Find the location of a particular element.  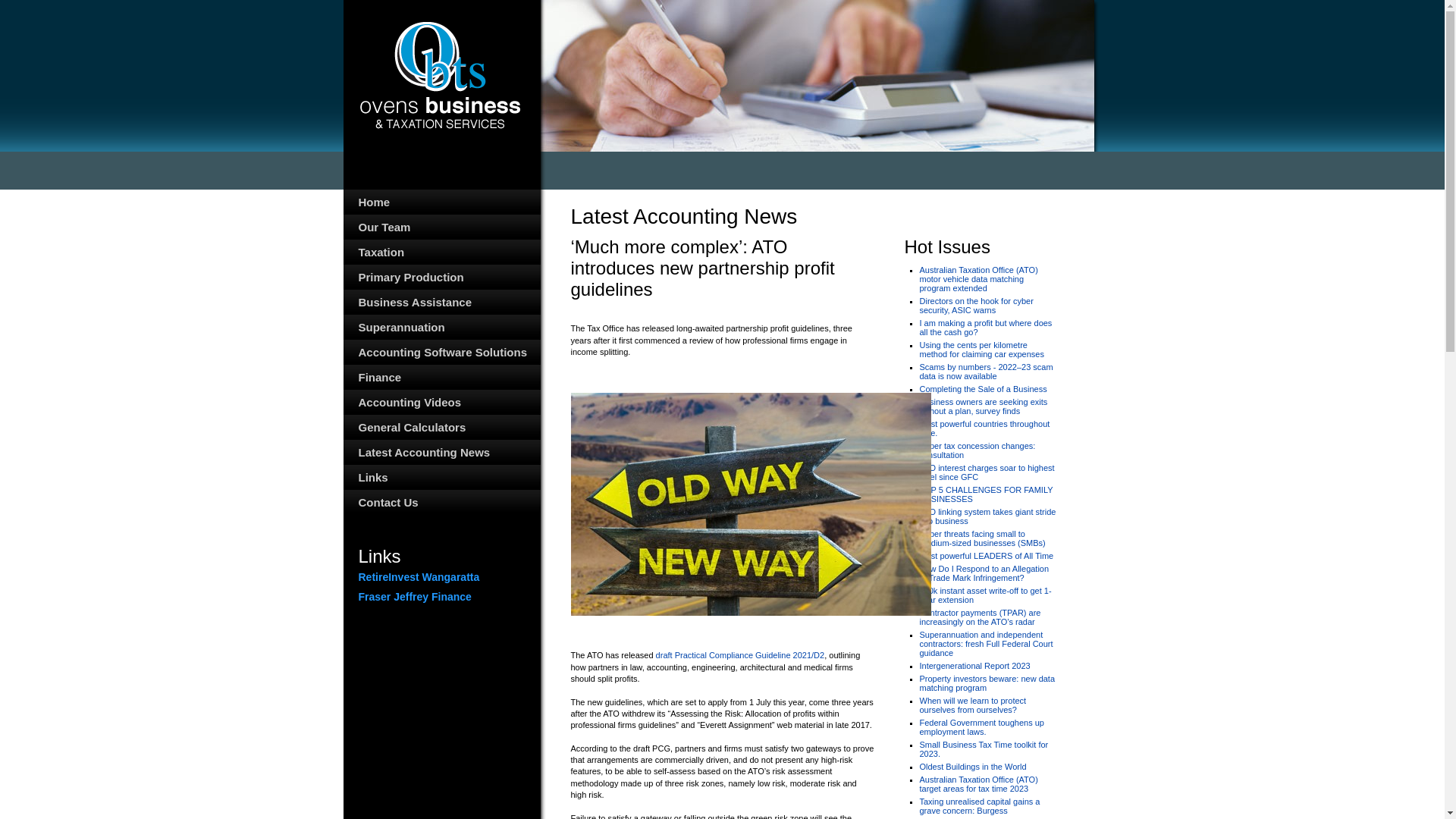

'Business Assistance' is located at coordinates (440, 302).